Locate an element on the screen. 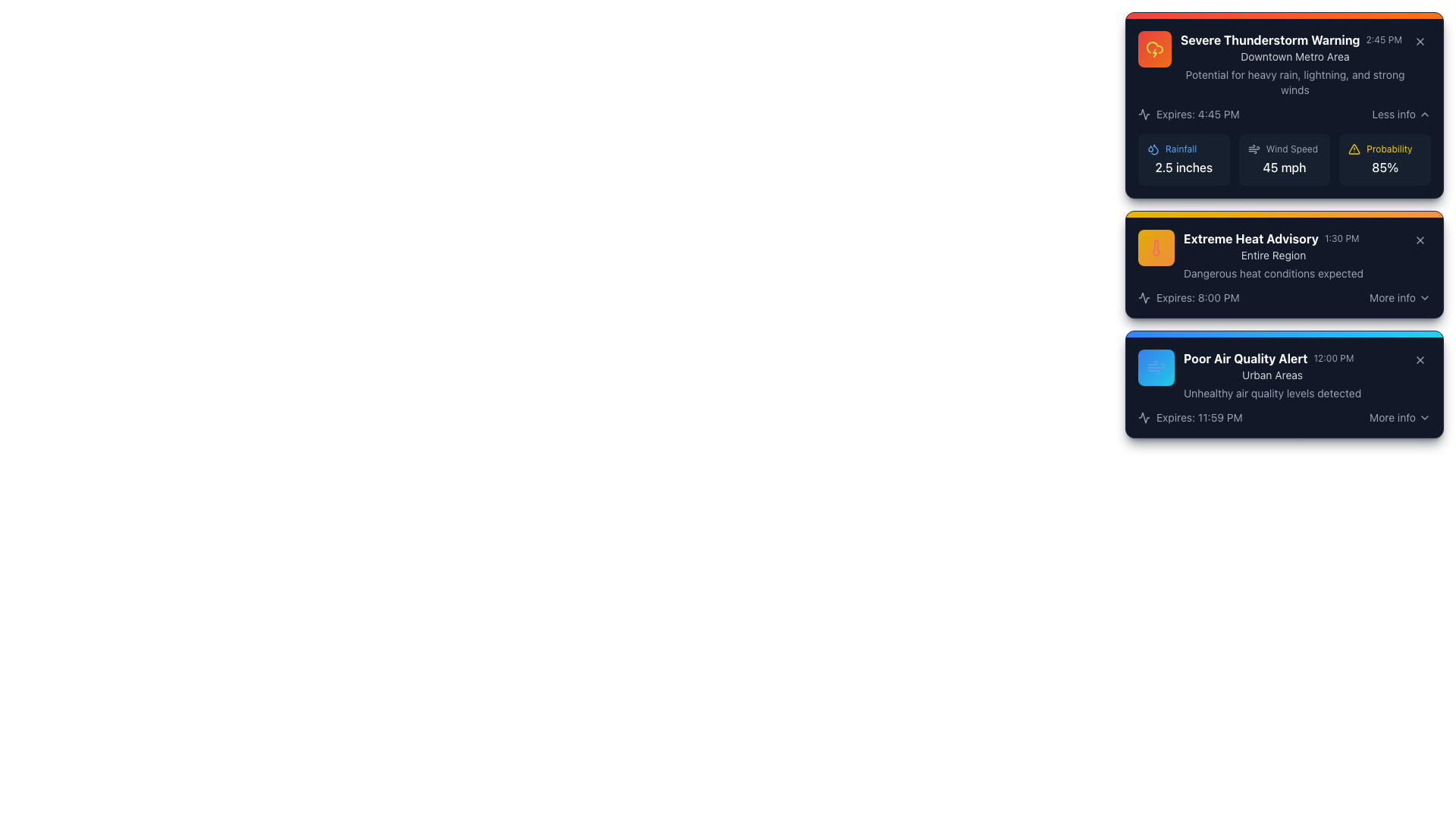  the static text label that provides the time information associated with the 'Poor Air Quality Alert' notification is located at coordinates (1332, 359).